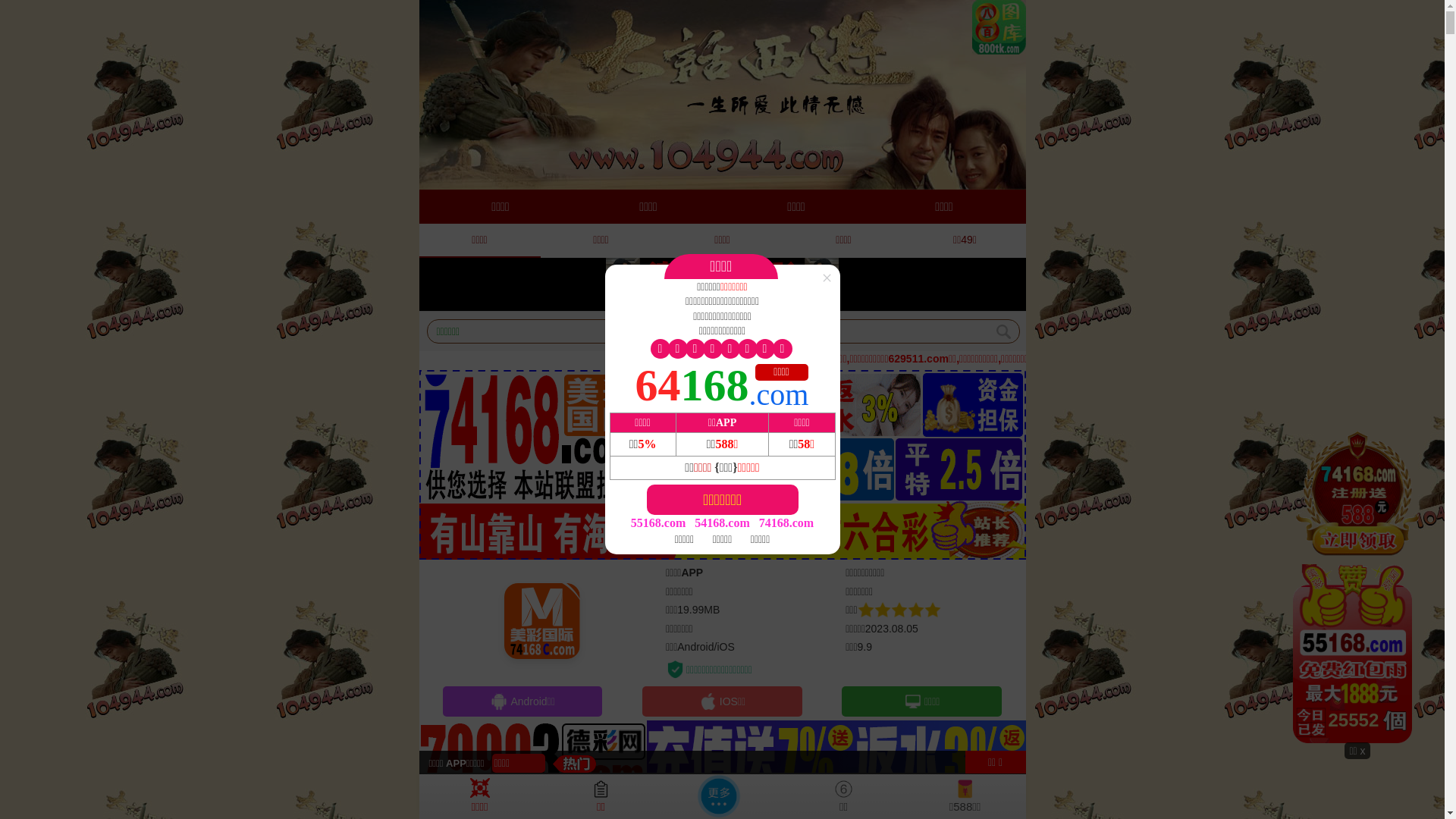 This screenshot has width=1456, height=819. I want to click on '24855', so click(1357, 584).